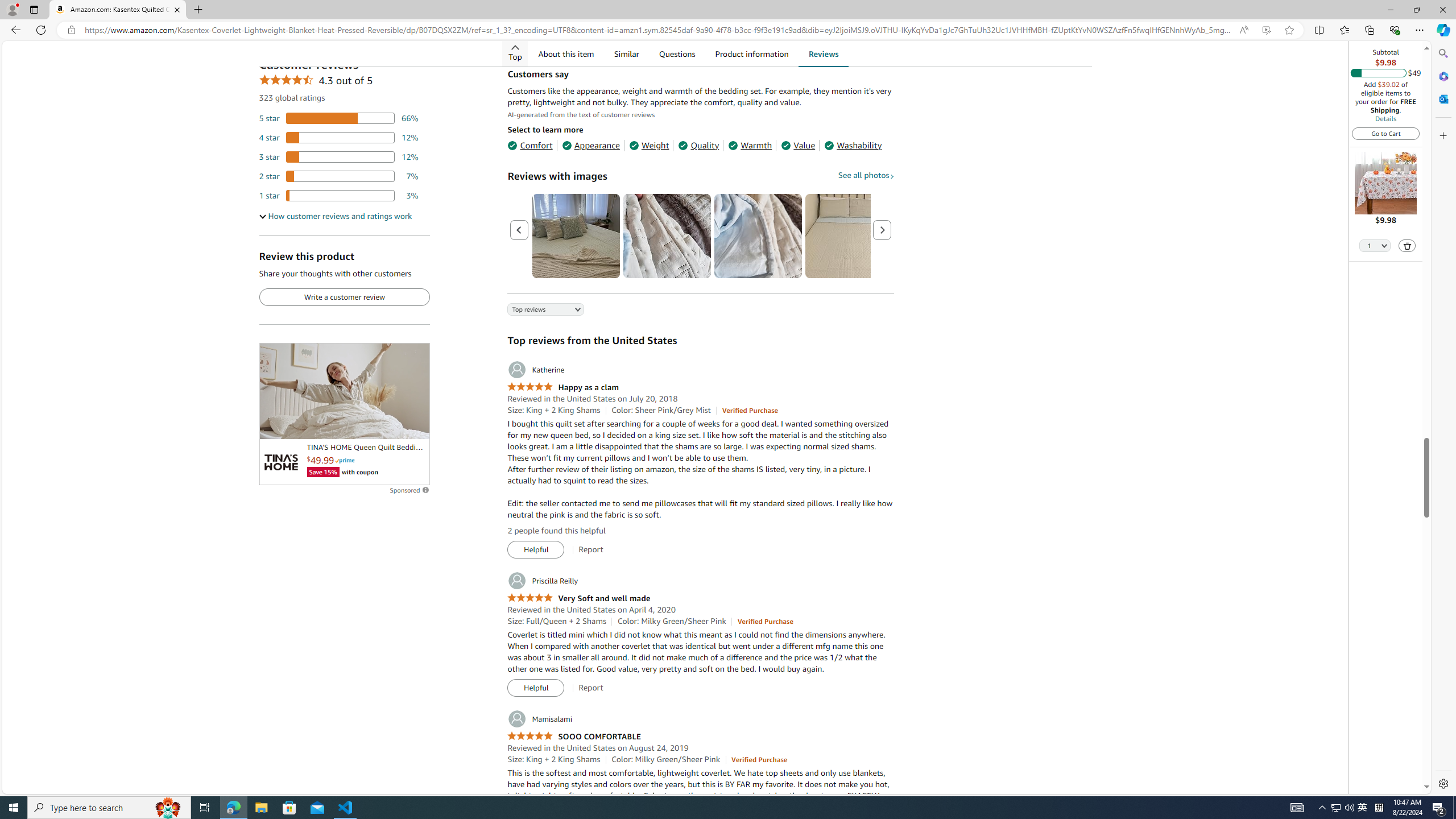 Image resolution: width=1456 pixels, height=819 pixels. What do you see at coordinates (529, 144) in the screenshot?
I see `'Comfort'` at bounding box center [529, 144].